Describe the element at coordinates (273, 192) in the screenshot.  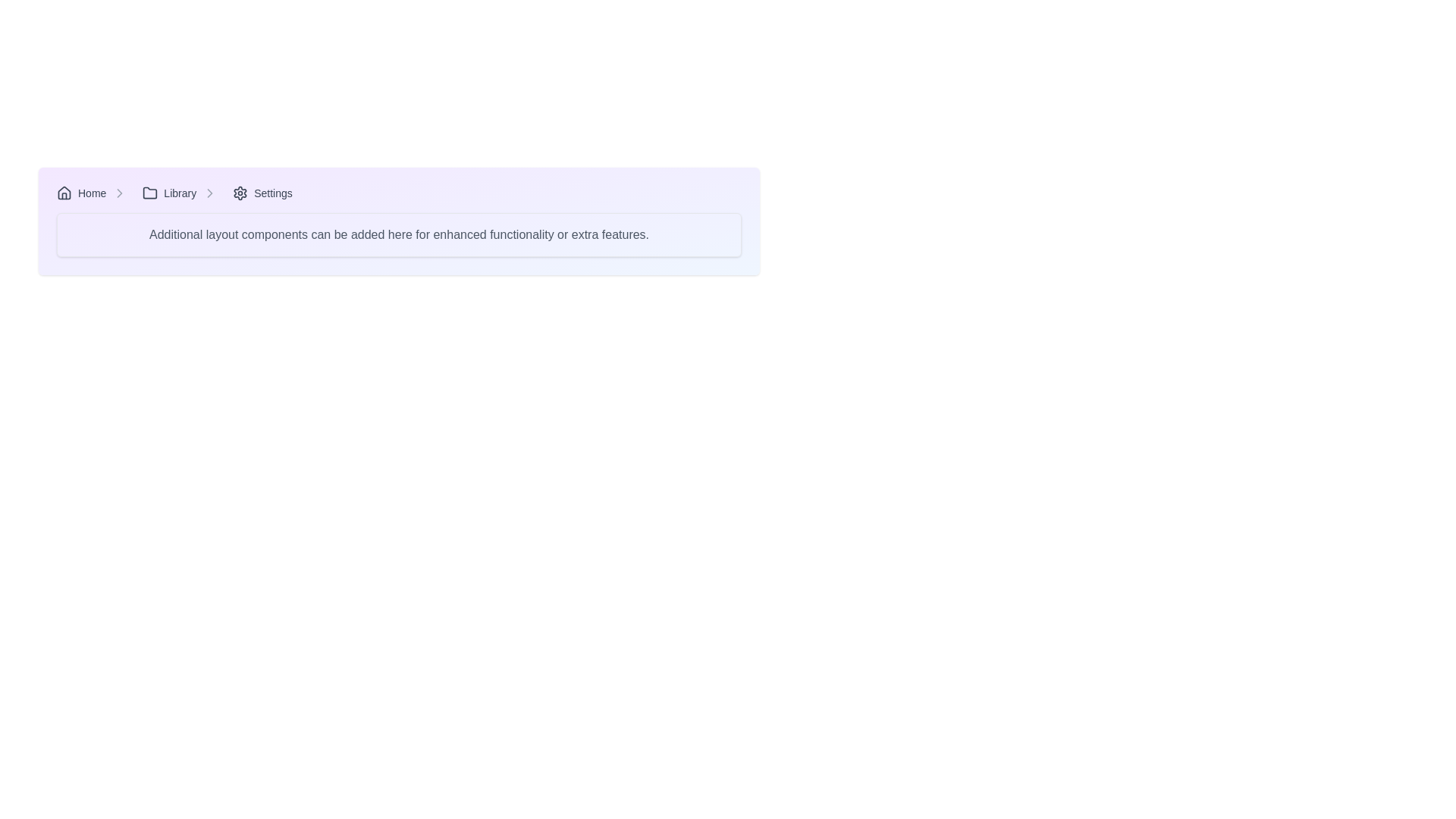
I see `the 'Settings' text label located in the top-center navigation bar, which indicates a settings-related section and is styled with a medium-weight font` at that location.